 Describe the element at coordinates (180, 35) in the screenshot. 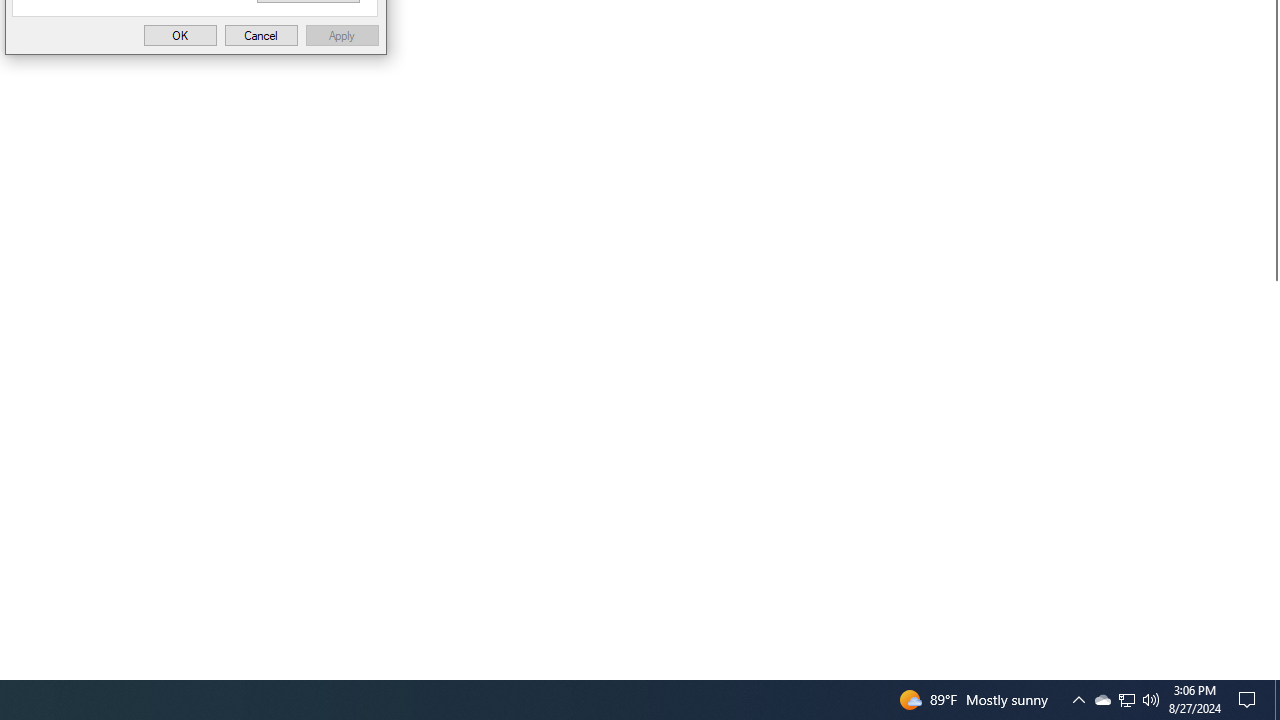

I see `'OK'` at that location.